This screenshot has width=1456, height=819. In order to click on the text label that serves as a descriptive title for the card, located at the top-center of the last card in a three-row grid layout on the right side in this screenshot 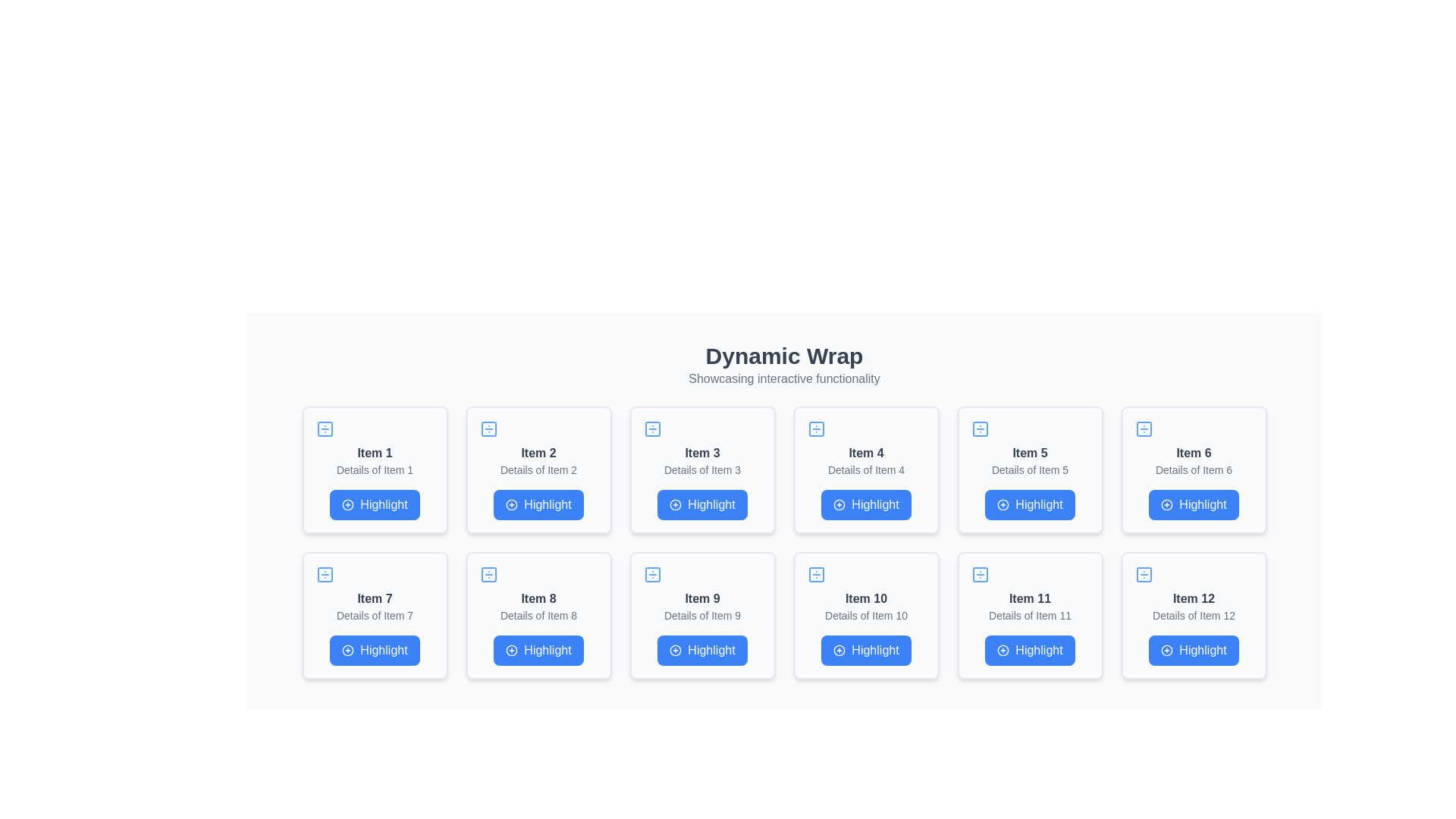, I will do `click(1193, 598)`.